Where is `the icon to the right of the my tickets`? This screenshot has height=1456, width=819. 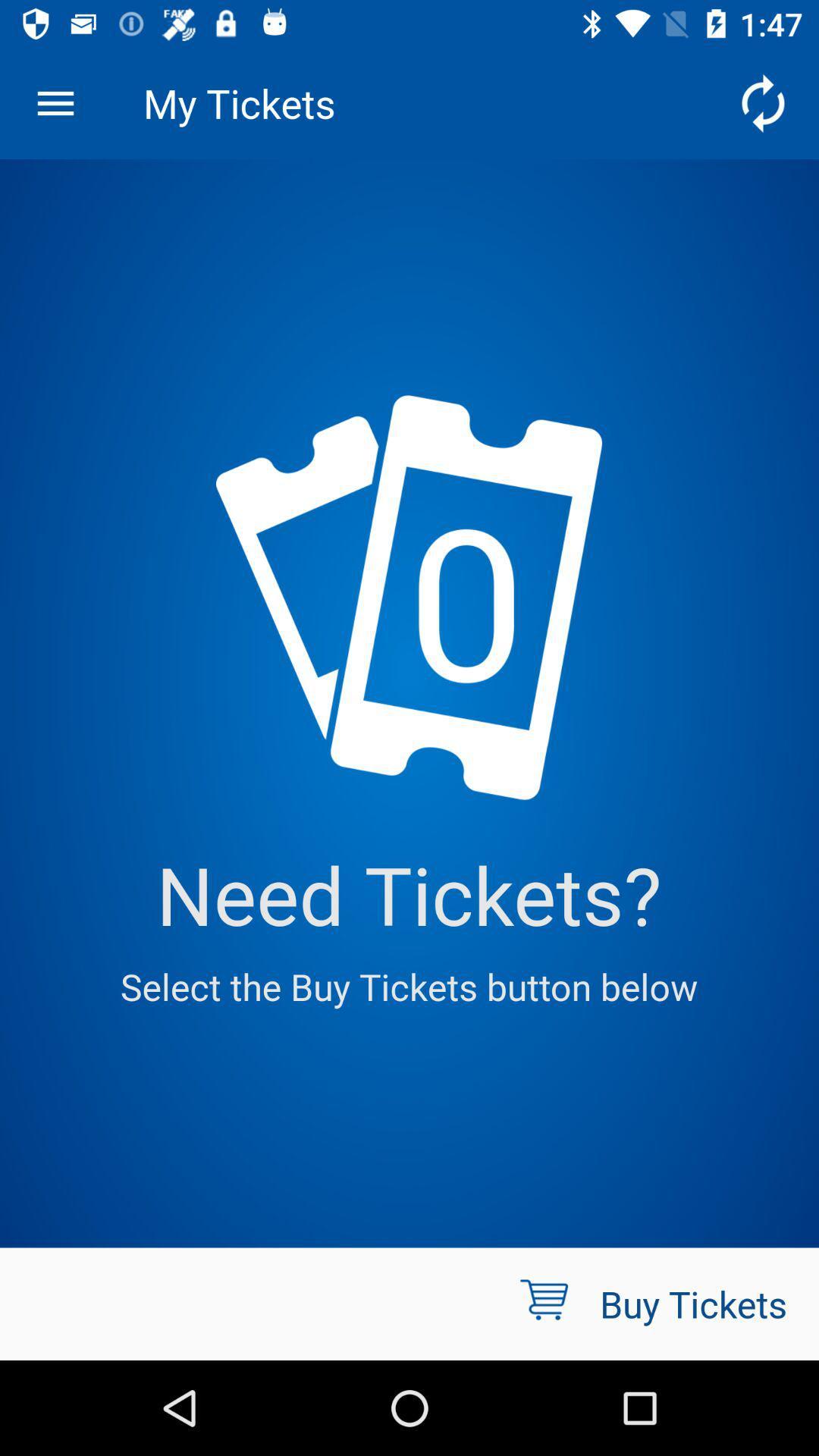 the icon to the right of the my tickets is located at coordinates (763, 102).